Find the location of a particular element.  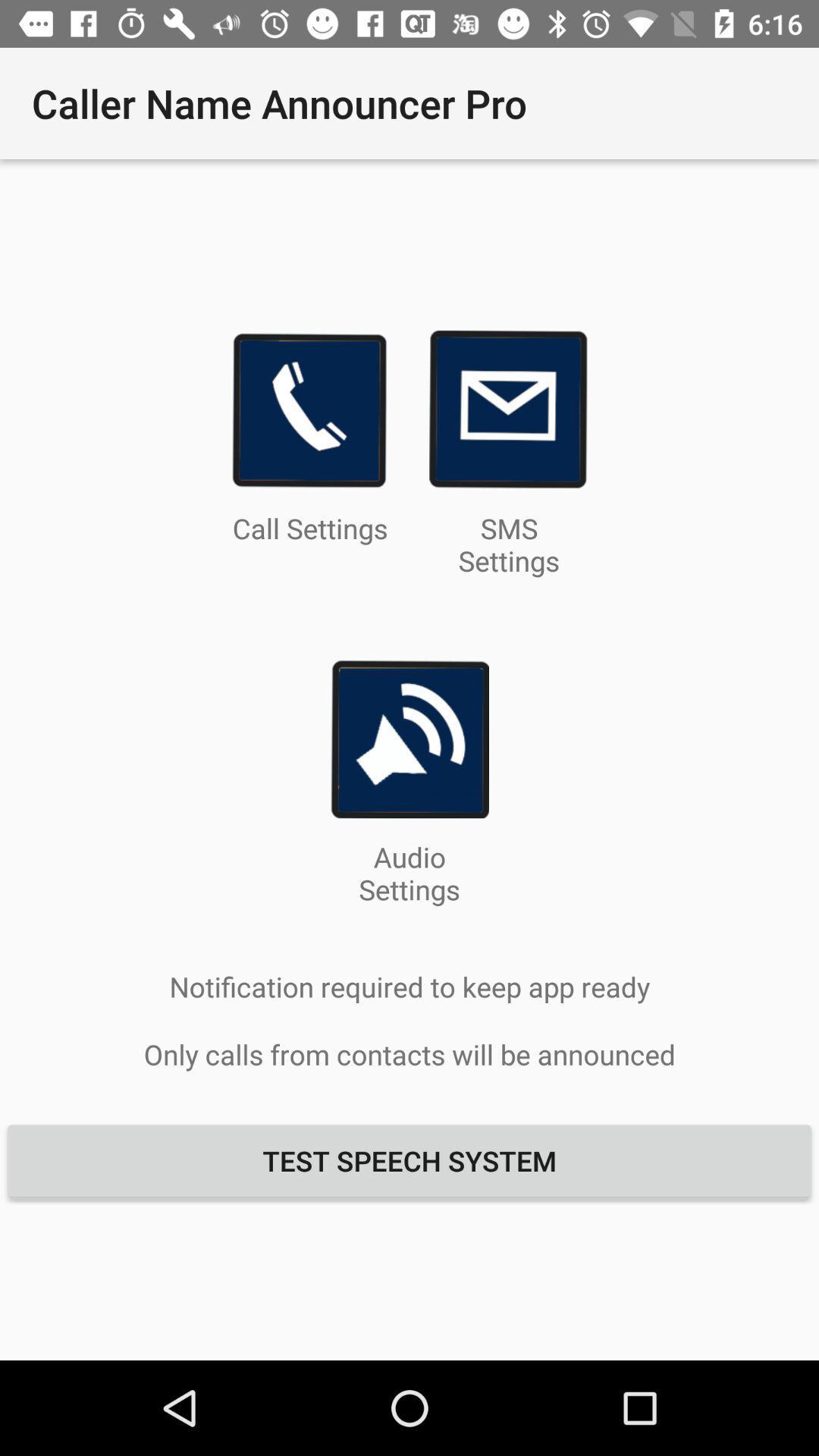

the icon below only calls from icon is located at coordinates (409, 1159).